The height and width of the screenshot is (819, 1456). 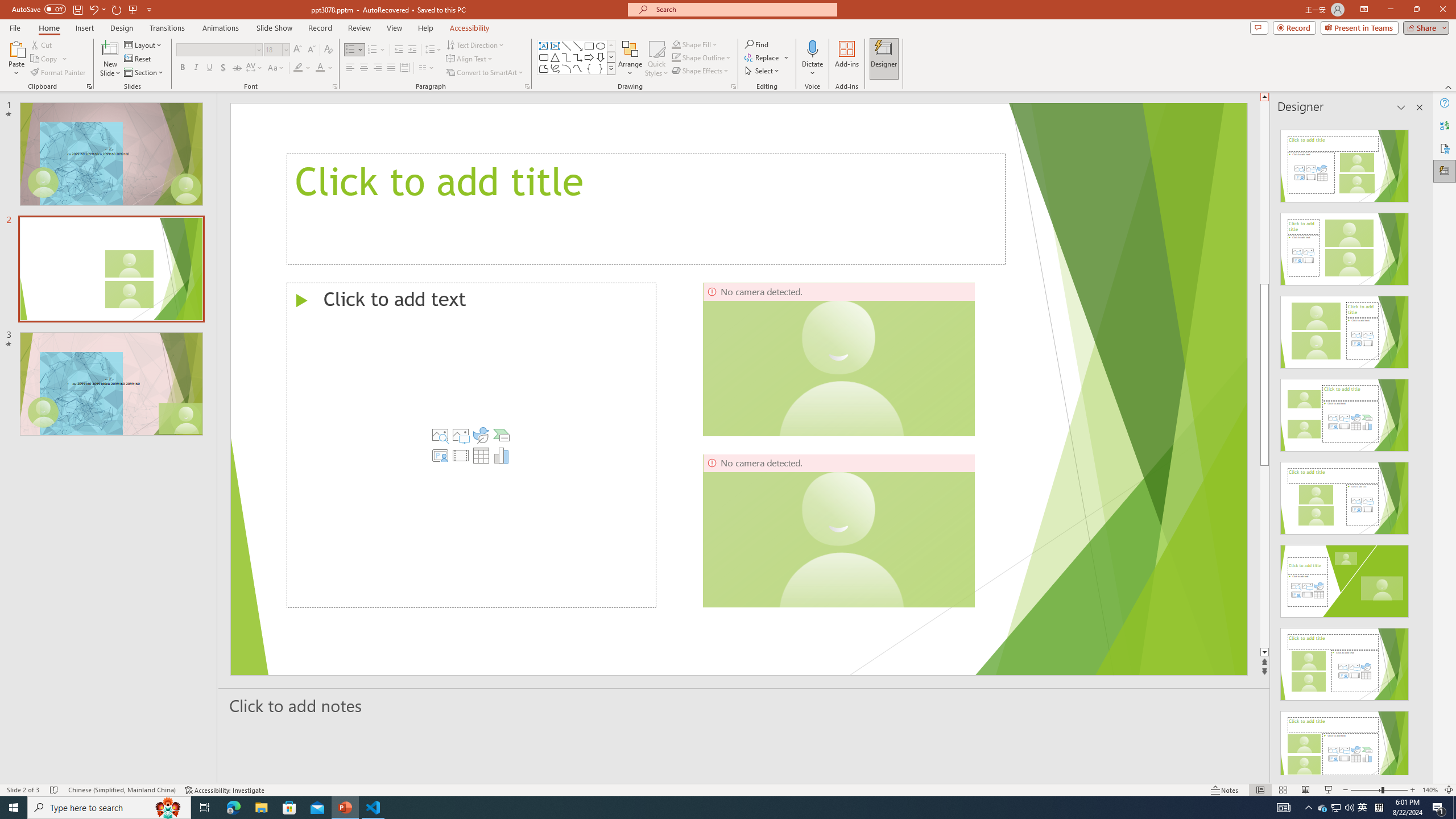 What do you see at coordinates (440, 455) in the screenshot?
I see `'Insert Cameo'` at bounding box center [440, 455].